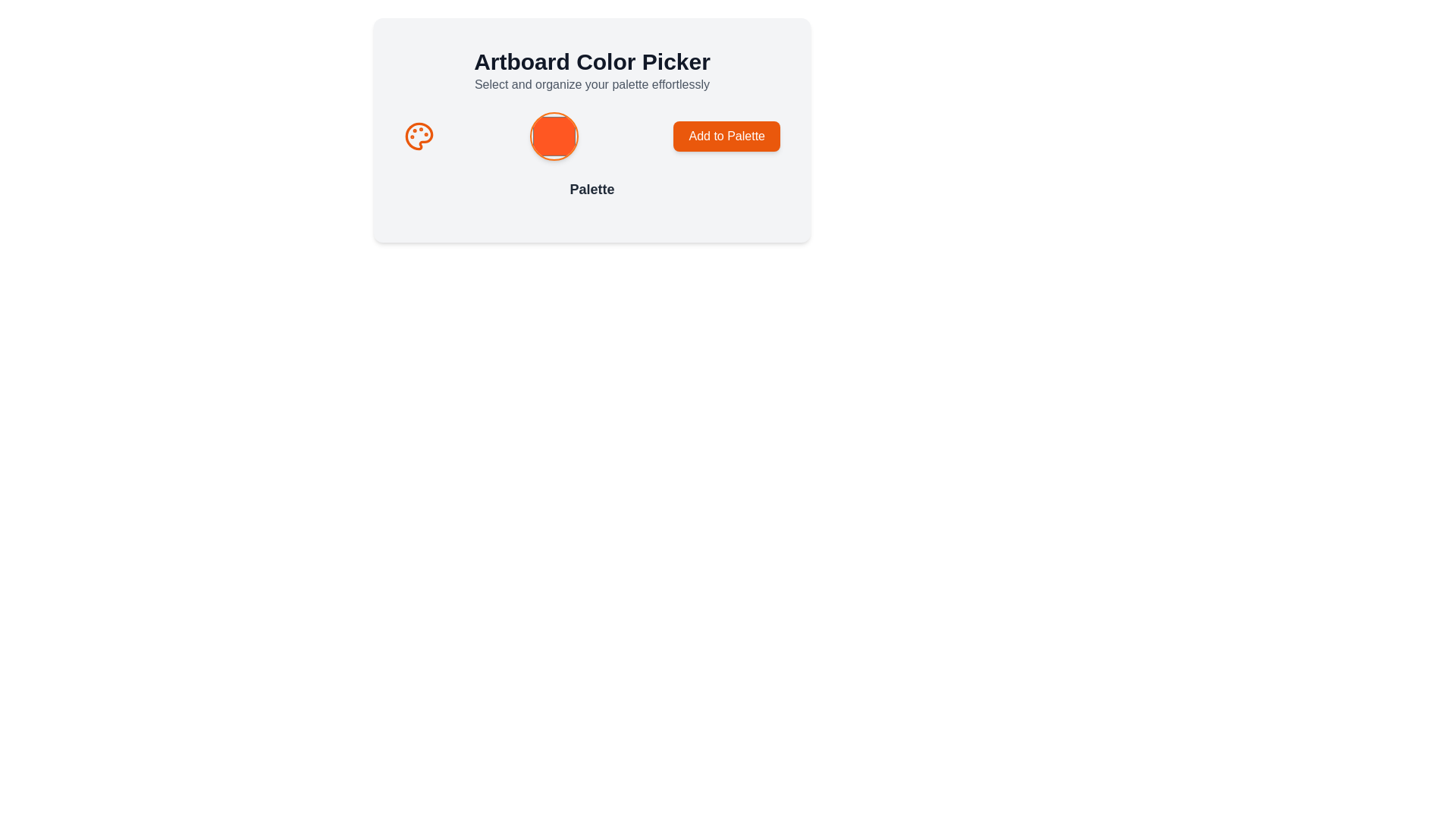 This screenshot has width=1456, height=819. Describe the element at coordinates (726, 136) in the screenshot. I see `the 'Add to Palette' button with a vibrant orange background and white text` at that location.